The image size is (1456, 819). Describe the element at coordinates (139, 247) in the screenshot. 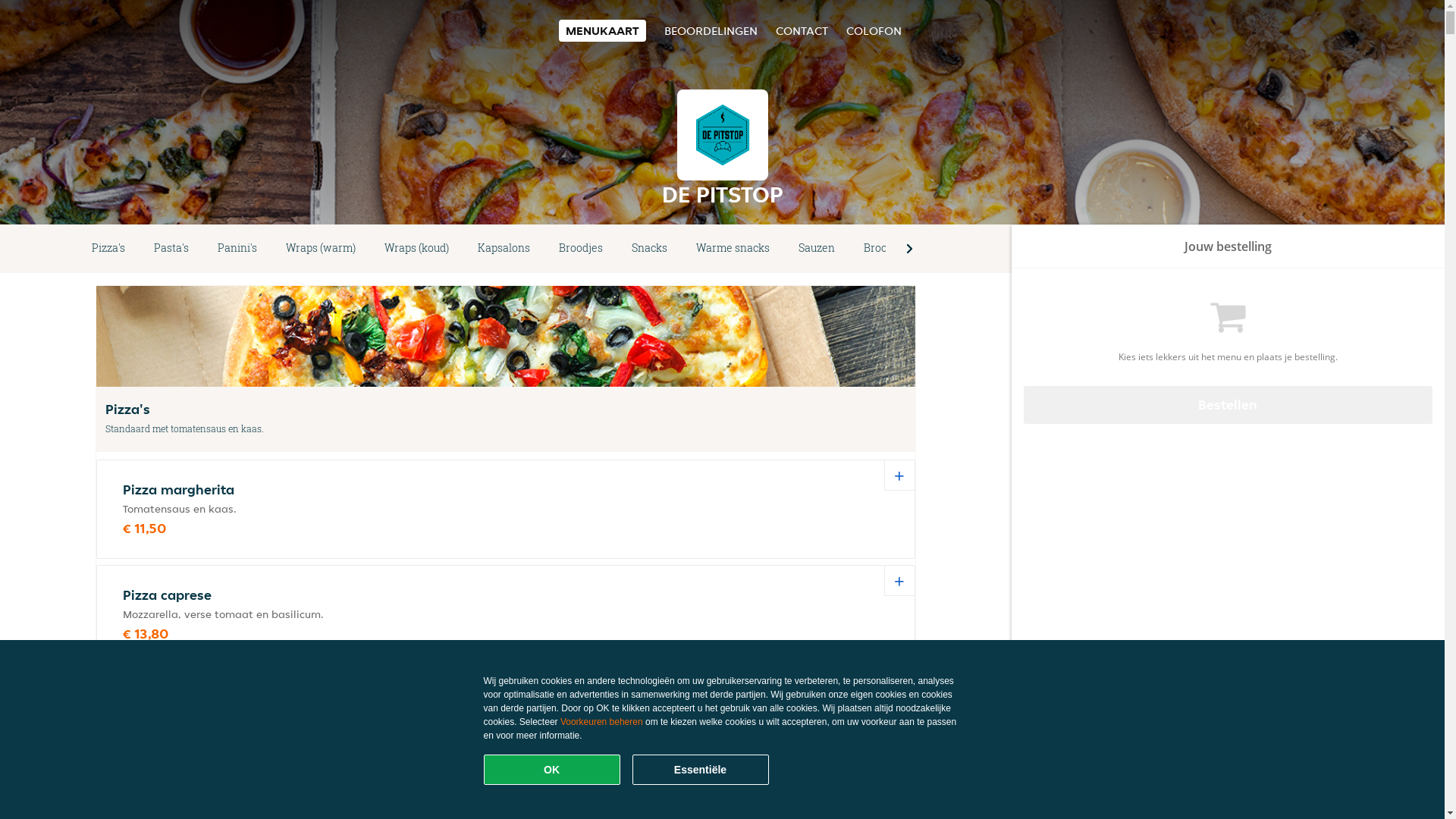

I see `'Pasta's'` at that location.